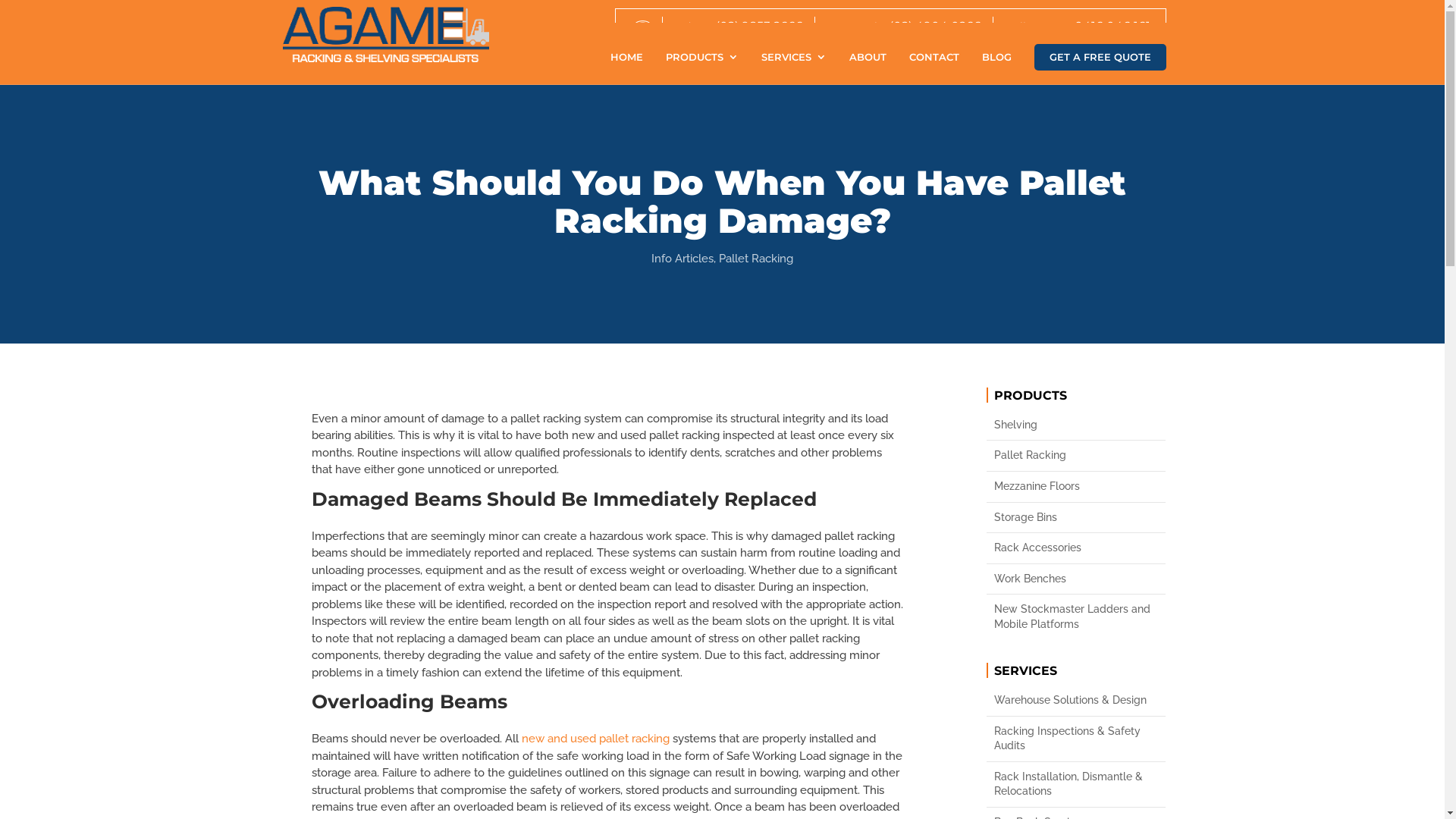 The height and width of the screenshot is (819, 1456). I want to click on 'Work Benches', so click(1075, 579).